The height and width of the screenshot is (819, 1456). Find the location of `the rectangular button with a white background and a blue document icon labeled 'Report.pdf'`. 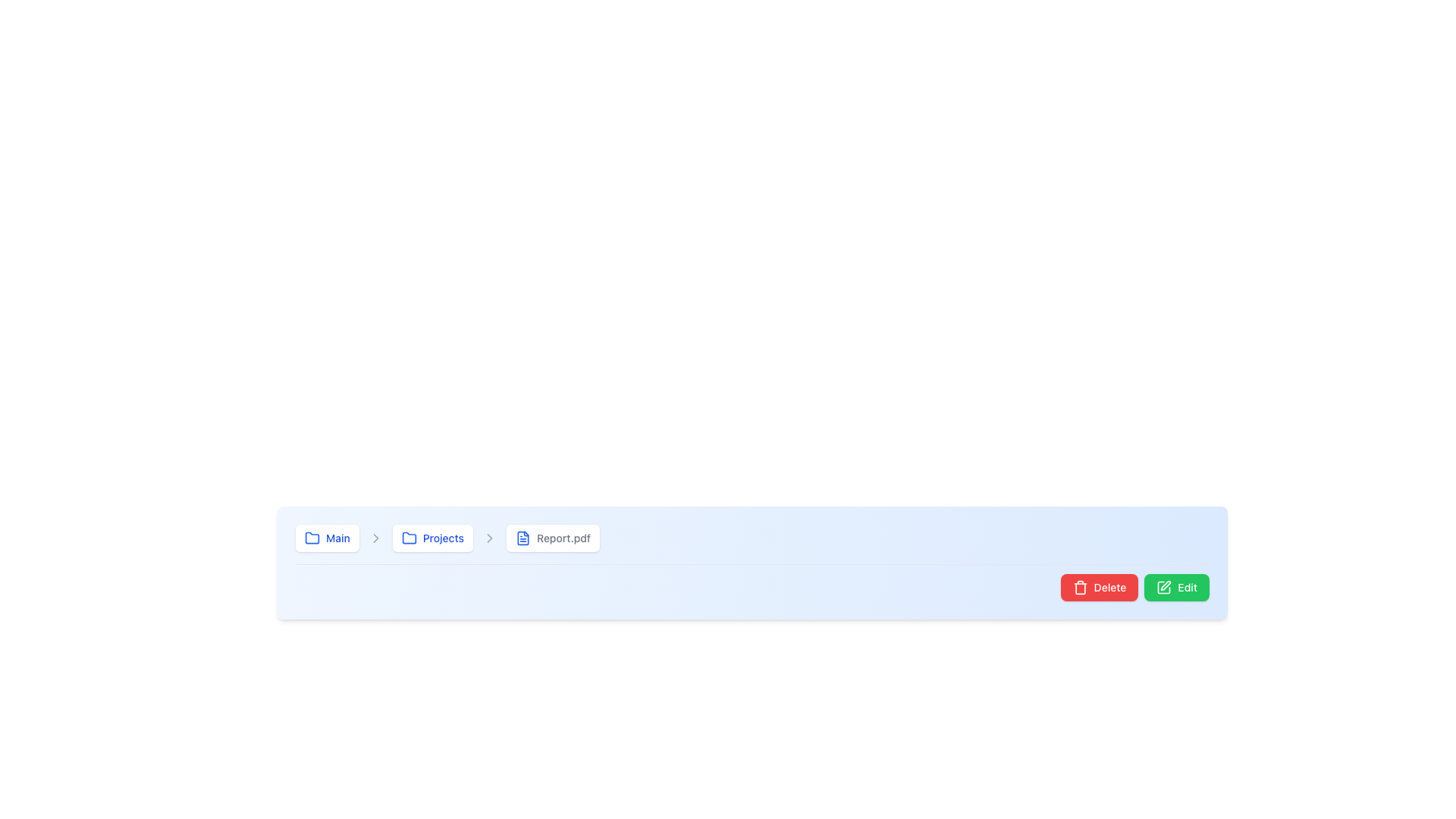

the rectangular button with a white background and a blue document icon labeled 'Report.pdf' is located at coordinates (552, 537).